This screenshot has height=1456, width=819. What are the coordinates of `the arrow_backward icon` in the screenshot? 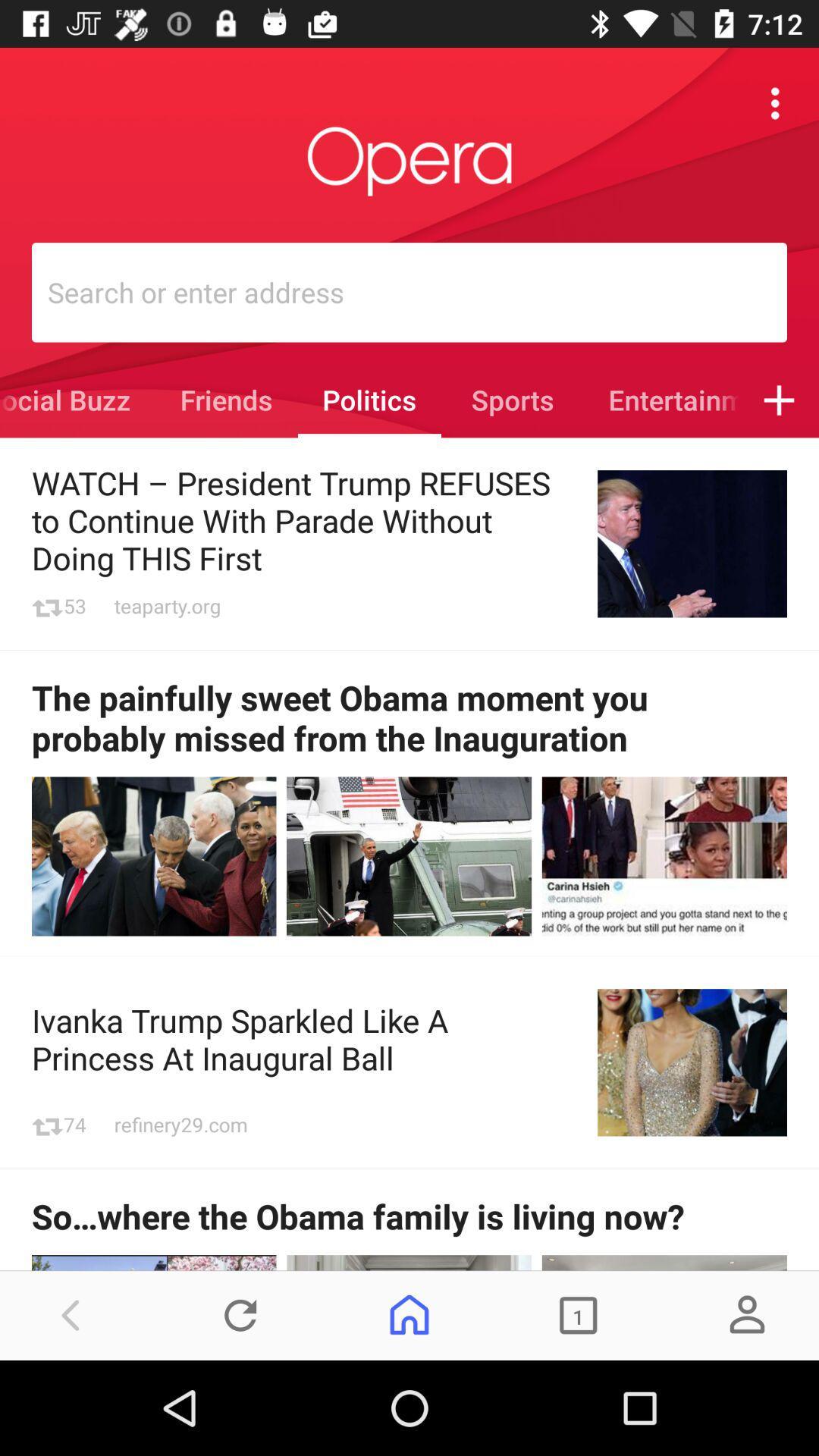 It's located at (71, 1314).